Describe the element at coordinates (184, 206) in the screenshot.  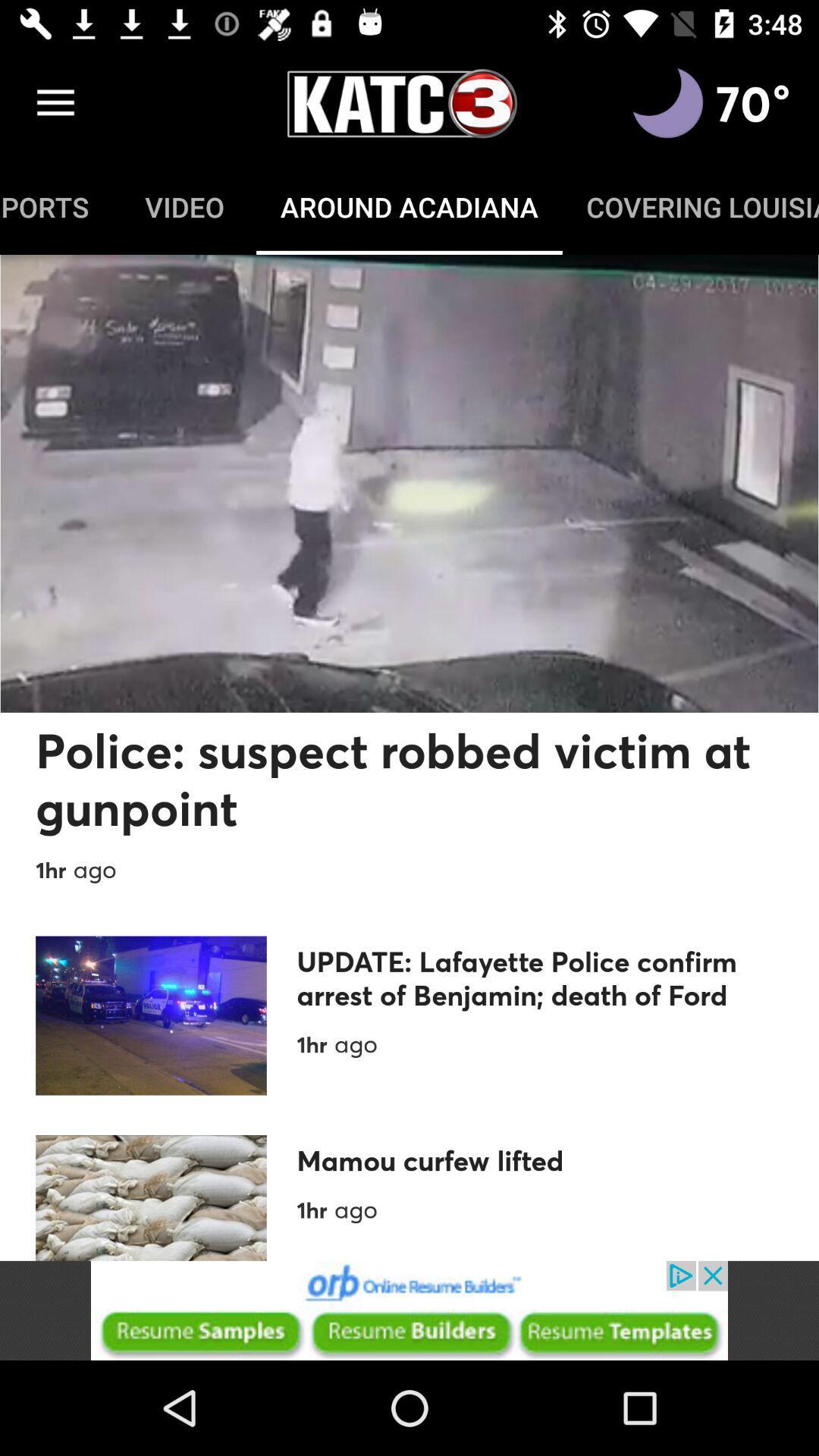
I see `the text right to ports` at that location.